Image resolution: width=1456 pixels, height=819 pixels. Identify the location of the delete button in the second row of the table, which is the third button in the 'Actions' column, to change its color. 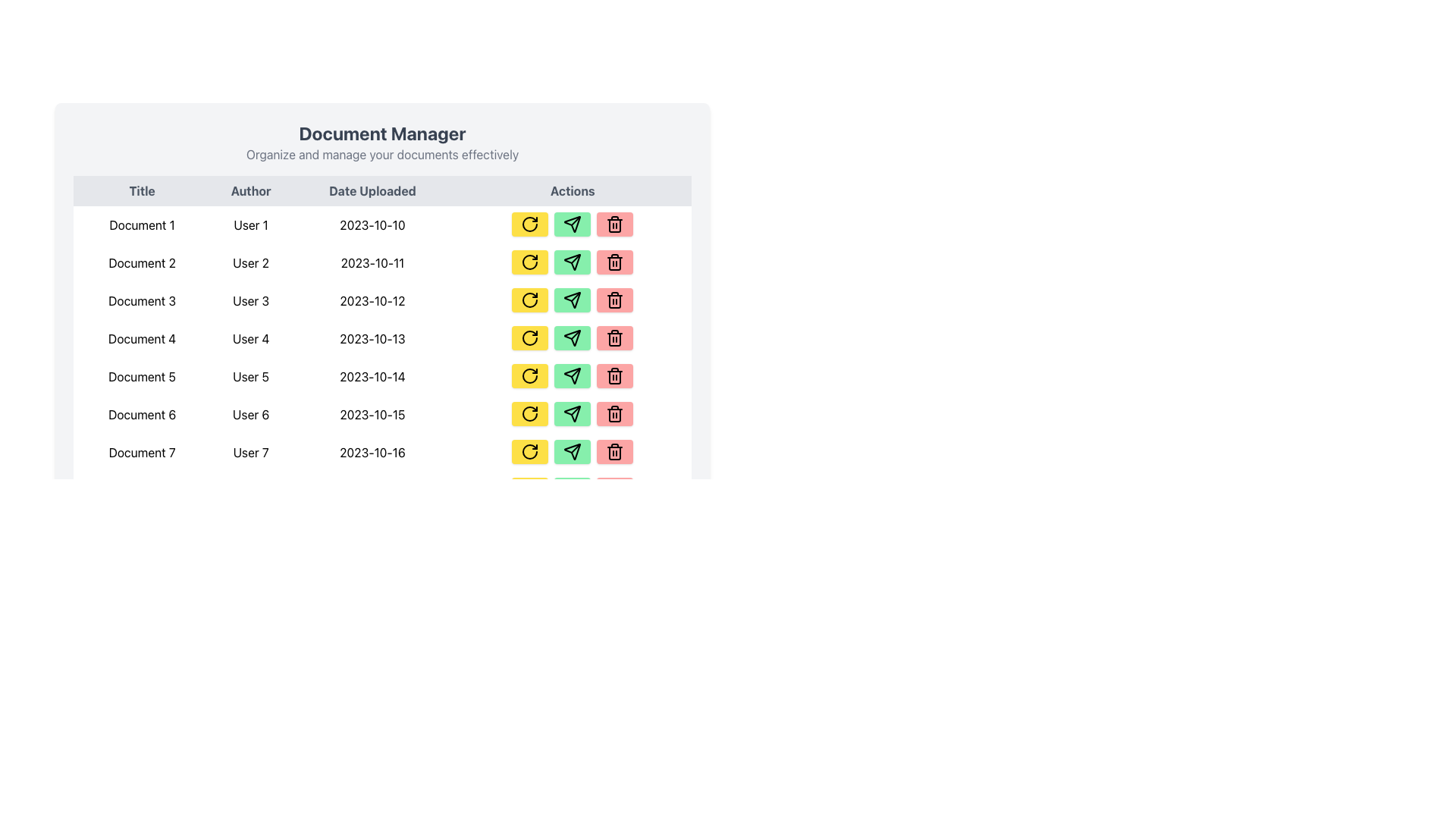
(615, 262).